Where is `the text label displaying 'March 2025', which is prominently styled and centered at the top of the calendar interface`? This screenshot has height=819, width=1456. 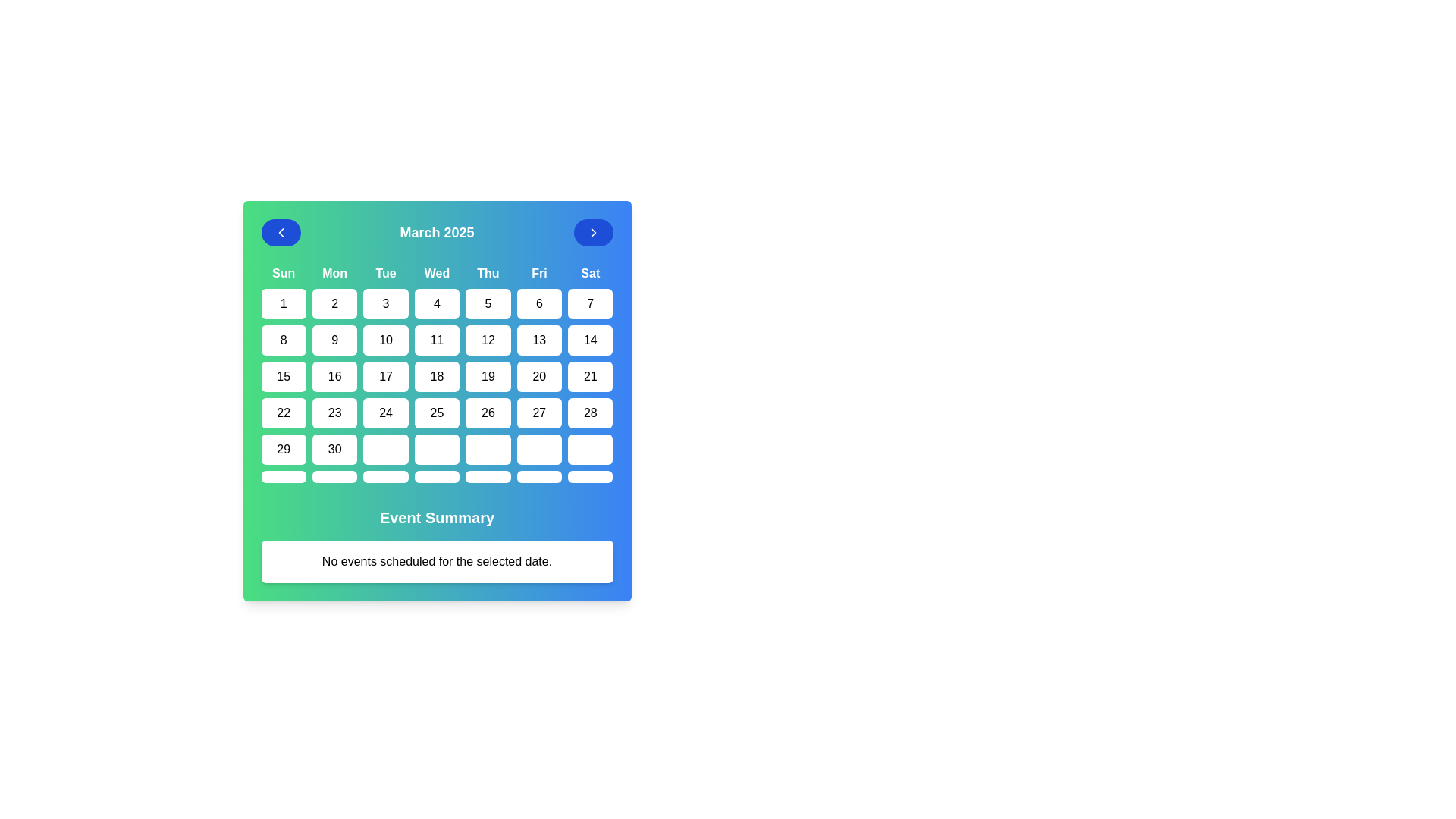
the text label displaying 'March 2025', which is prominently styled and centered at the top of the calendar interface is located at coordinates (436, 233).